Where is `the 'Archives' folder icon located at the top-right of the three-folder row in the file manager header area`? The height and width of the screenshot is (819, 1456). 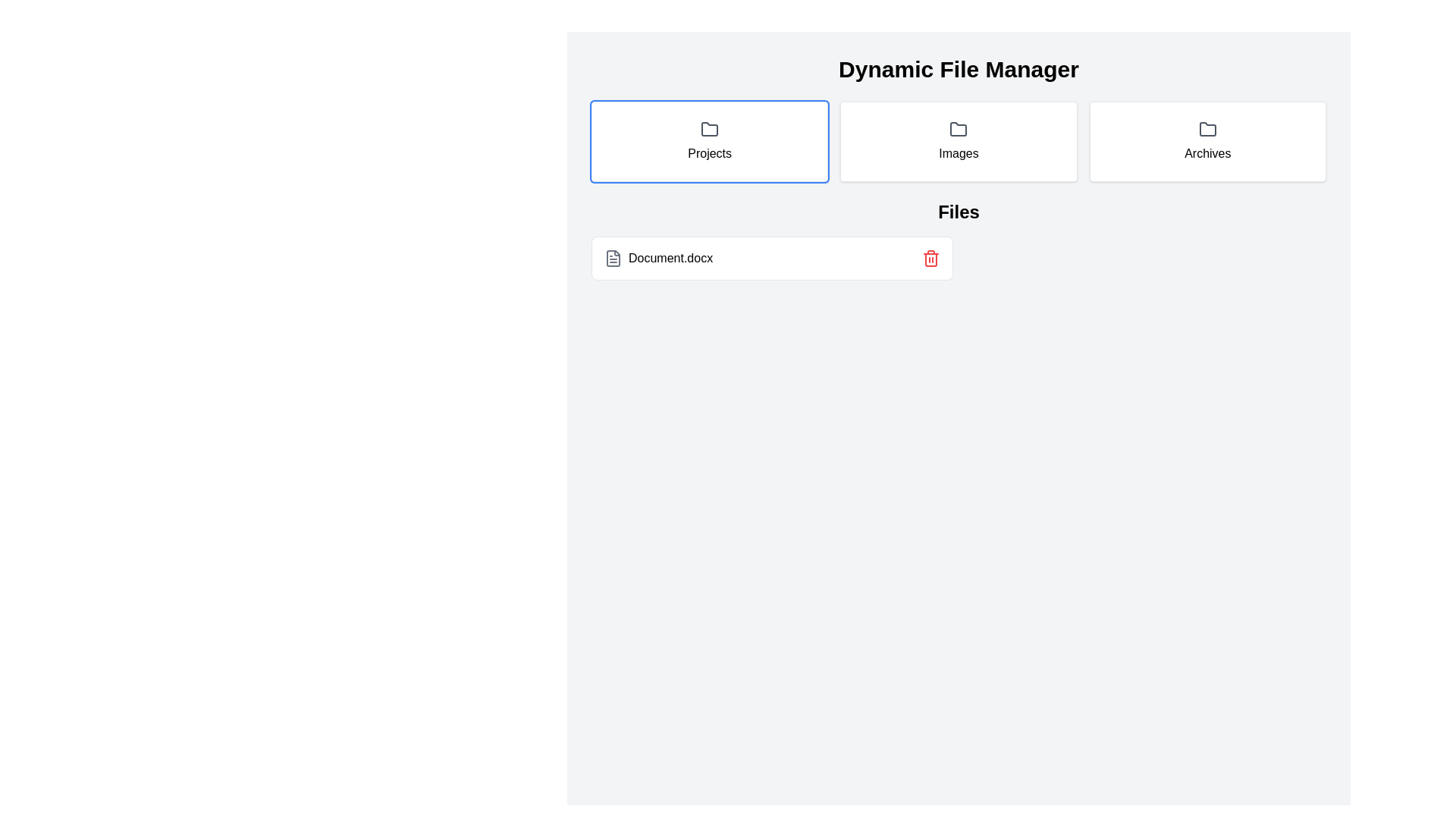
the 'Archives' folder icon located at the top-right of the three-folder row in the file manager header area is located at coordinates (1207, 128).